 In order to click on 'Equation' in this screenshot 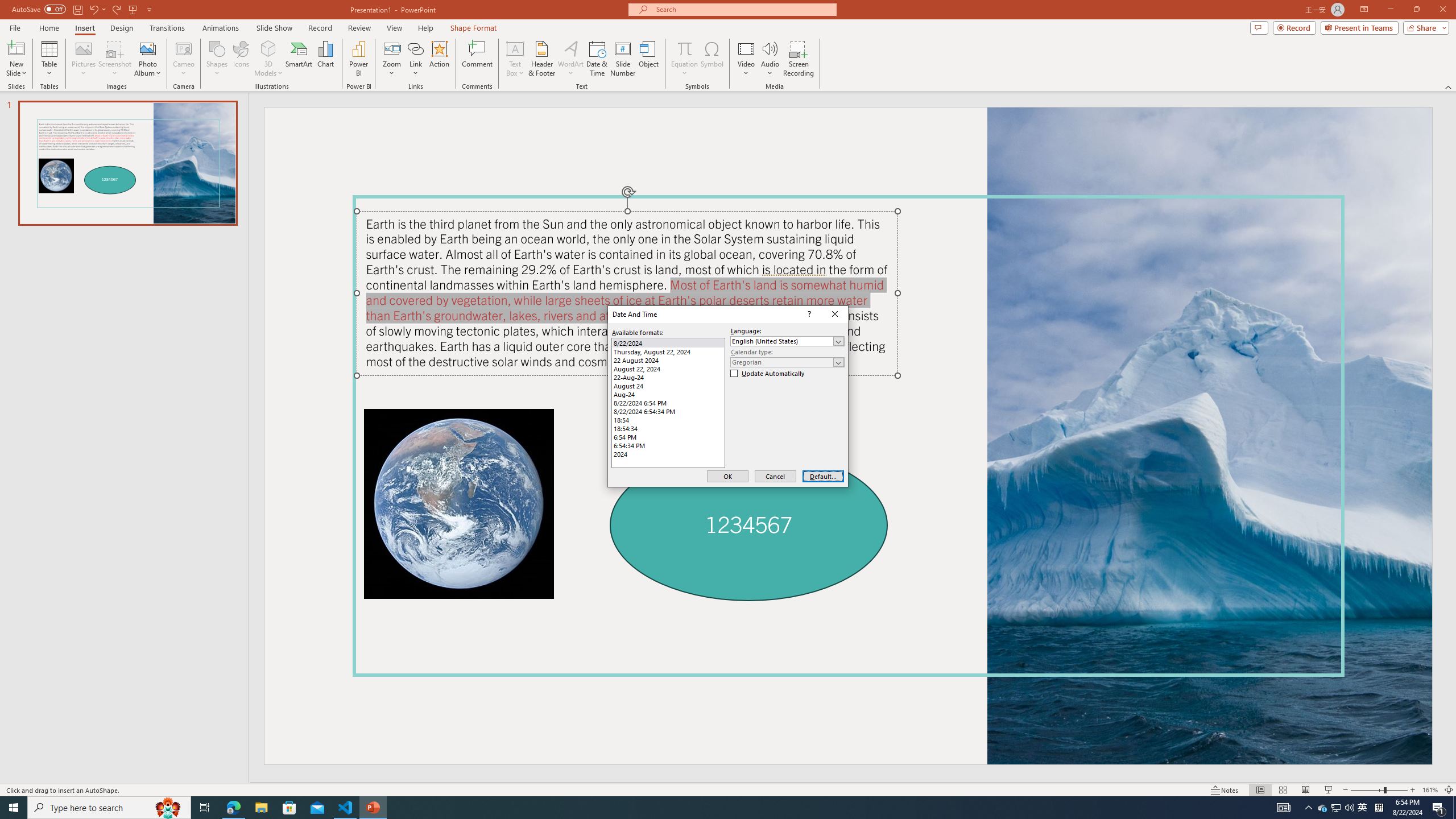, I will do `click(684, 48)`.